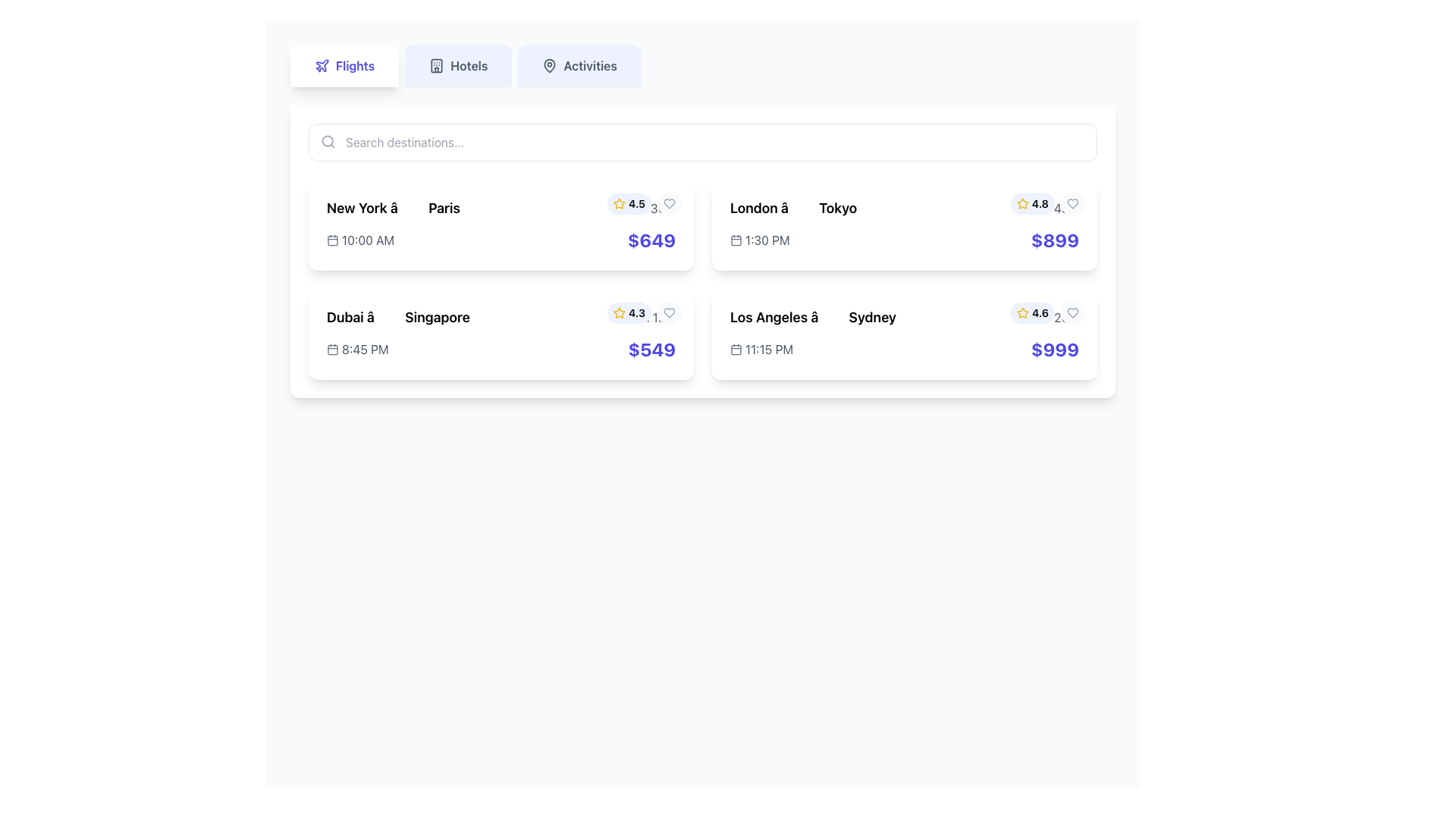  Describe the element at coordinates (619, 312) in the screenshot. I see `the star icon representing the rating system located in the second card of the first row, next to the price and above the '$649' label` at that location.